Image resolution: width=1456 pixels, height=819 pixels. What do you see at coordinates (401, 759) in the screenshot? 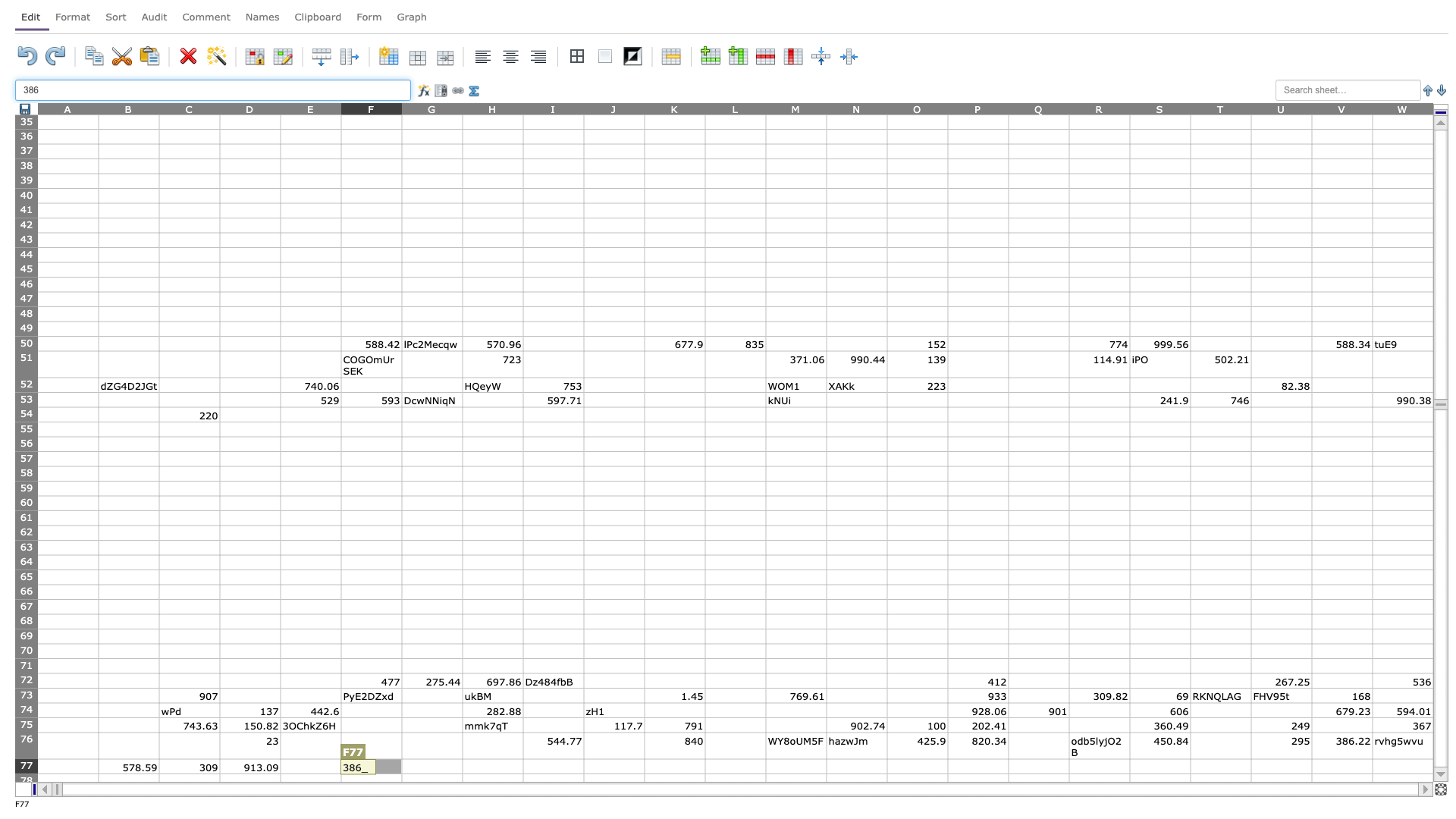
I see `top left at column G row 77` at bounding box center [401, 759].